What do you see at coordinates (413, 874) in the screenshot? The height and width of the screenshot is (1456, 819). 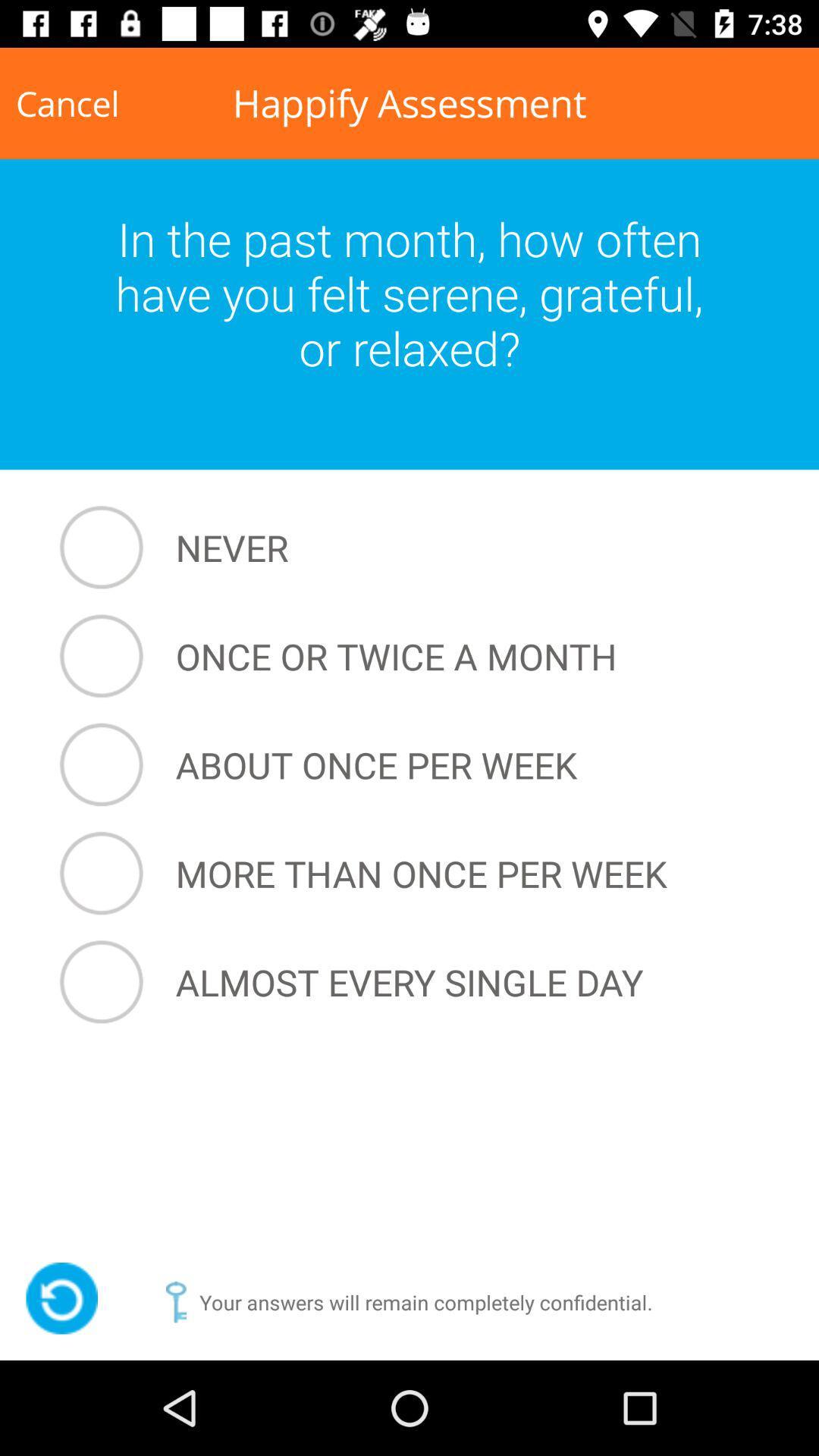 I see `more than once per week` at bounding box center [413, 874].